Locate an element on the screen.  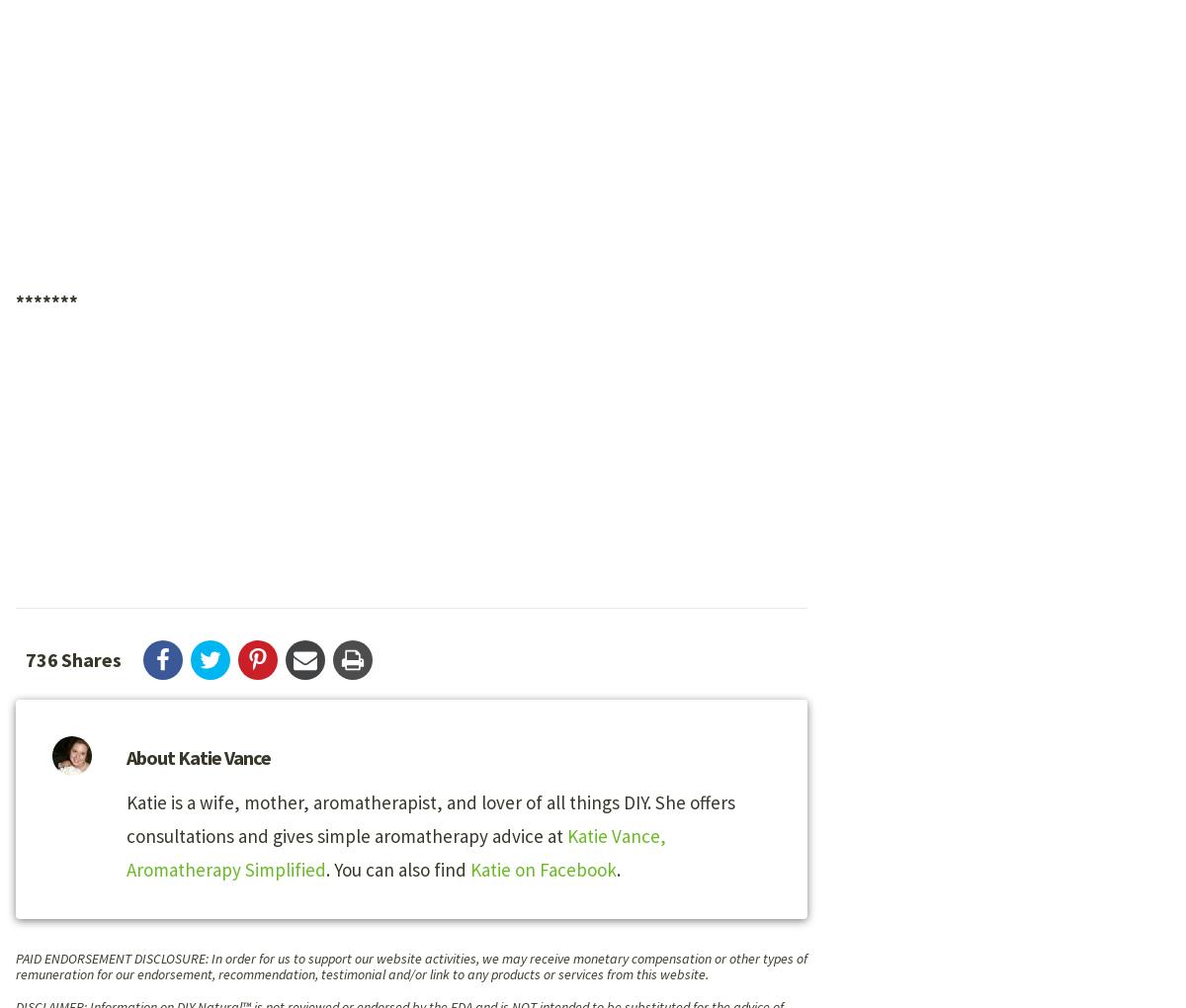
'Katie on Facebook' is located at coordinates (542, 868).